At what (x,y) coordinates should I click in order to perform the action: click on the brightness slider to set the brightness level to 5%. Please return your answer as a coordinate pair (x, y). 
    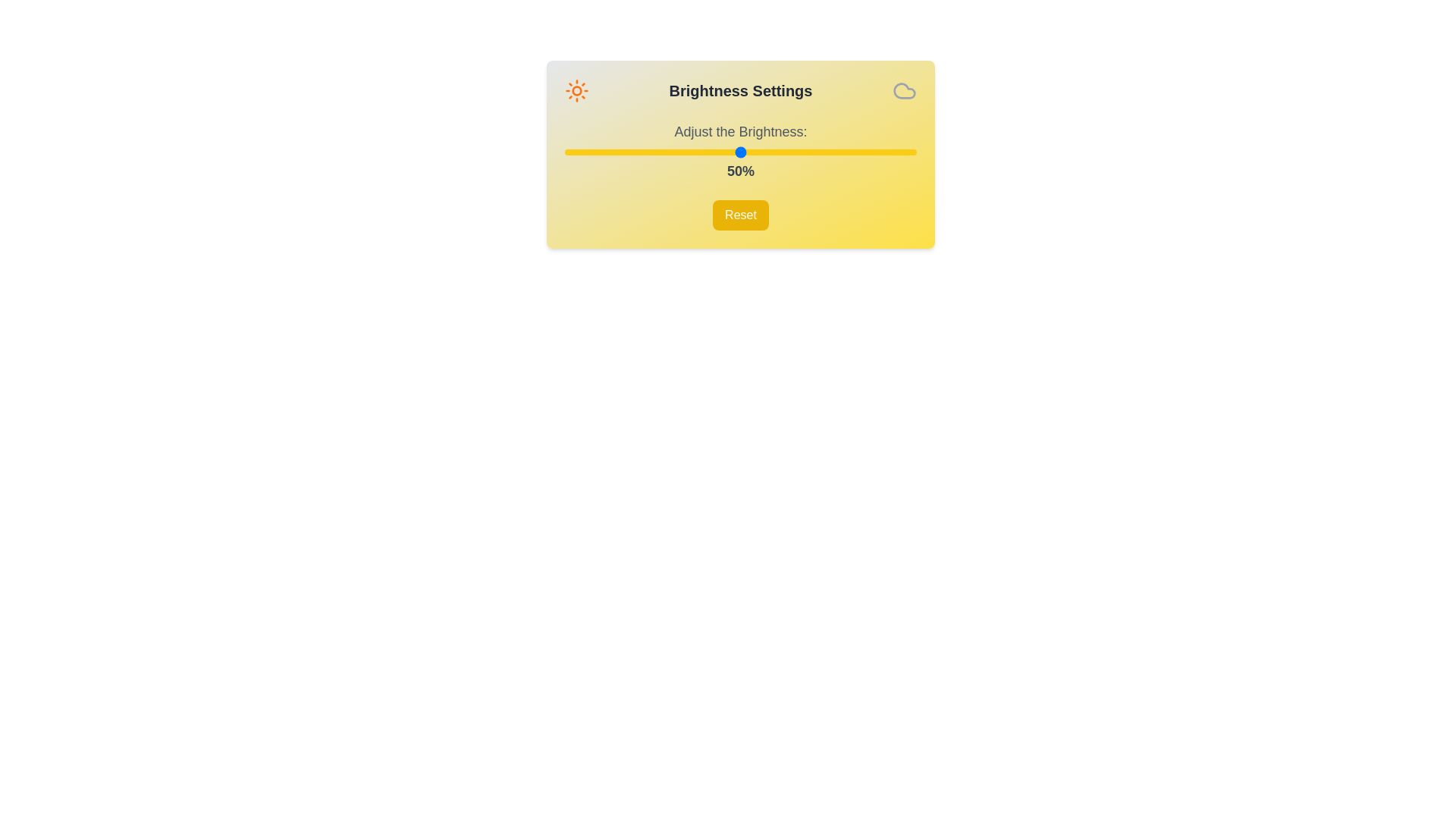
    Looking at the image, I should click on (582, 152).